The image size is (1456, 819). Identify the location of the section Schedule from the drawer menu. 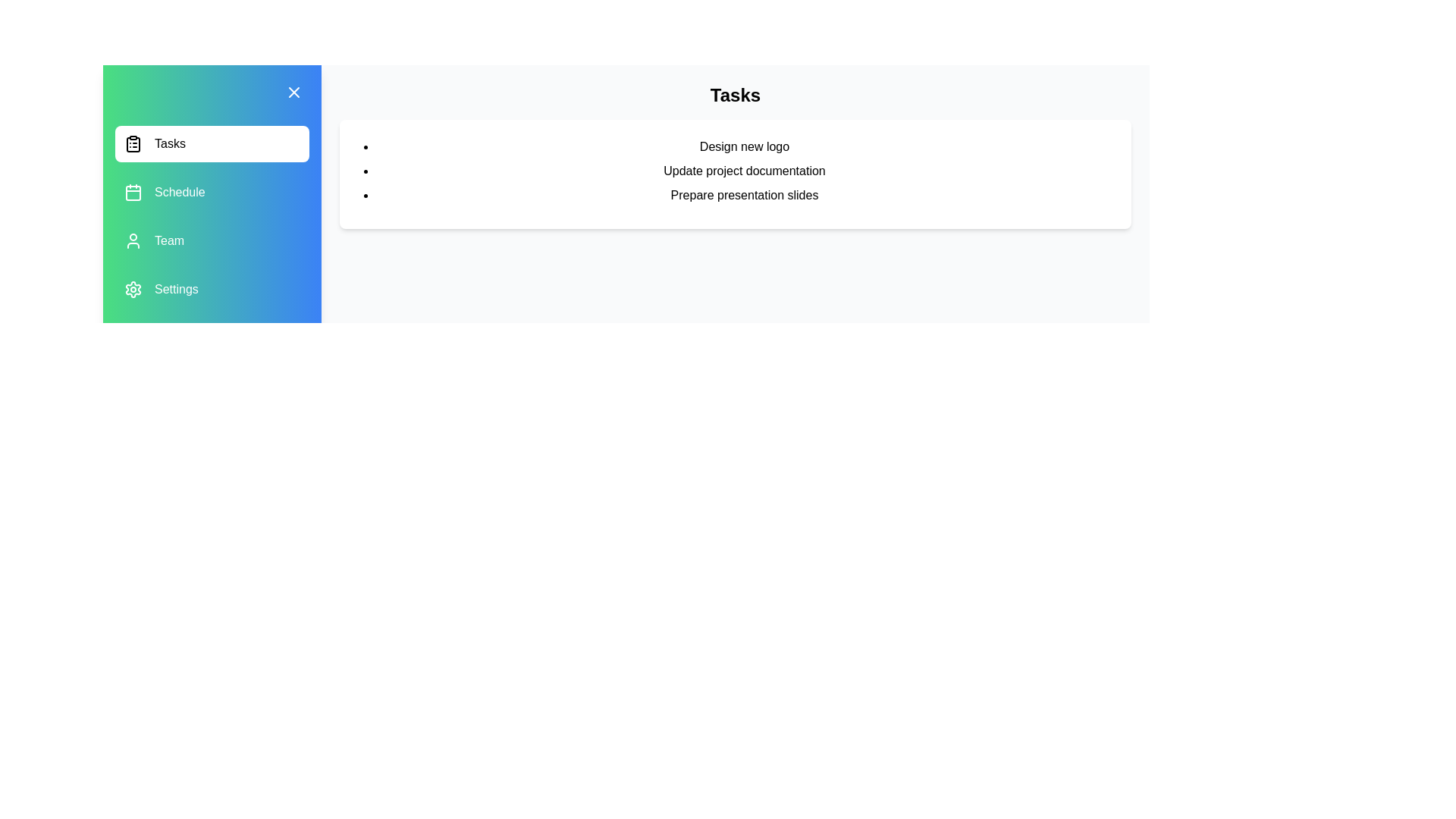
(211, 192).